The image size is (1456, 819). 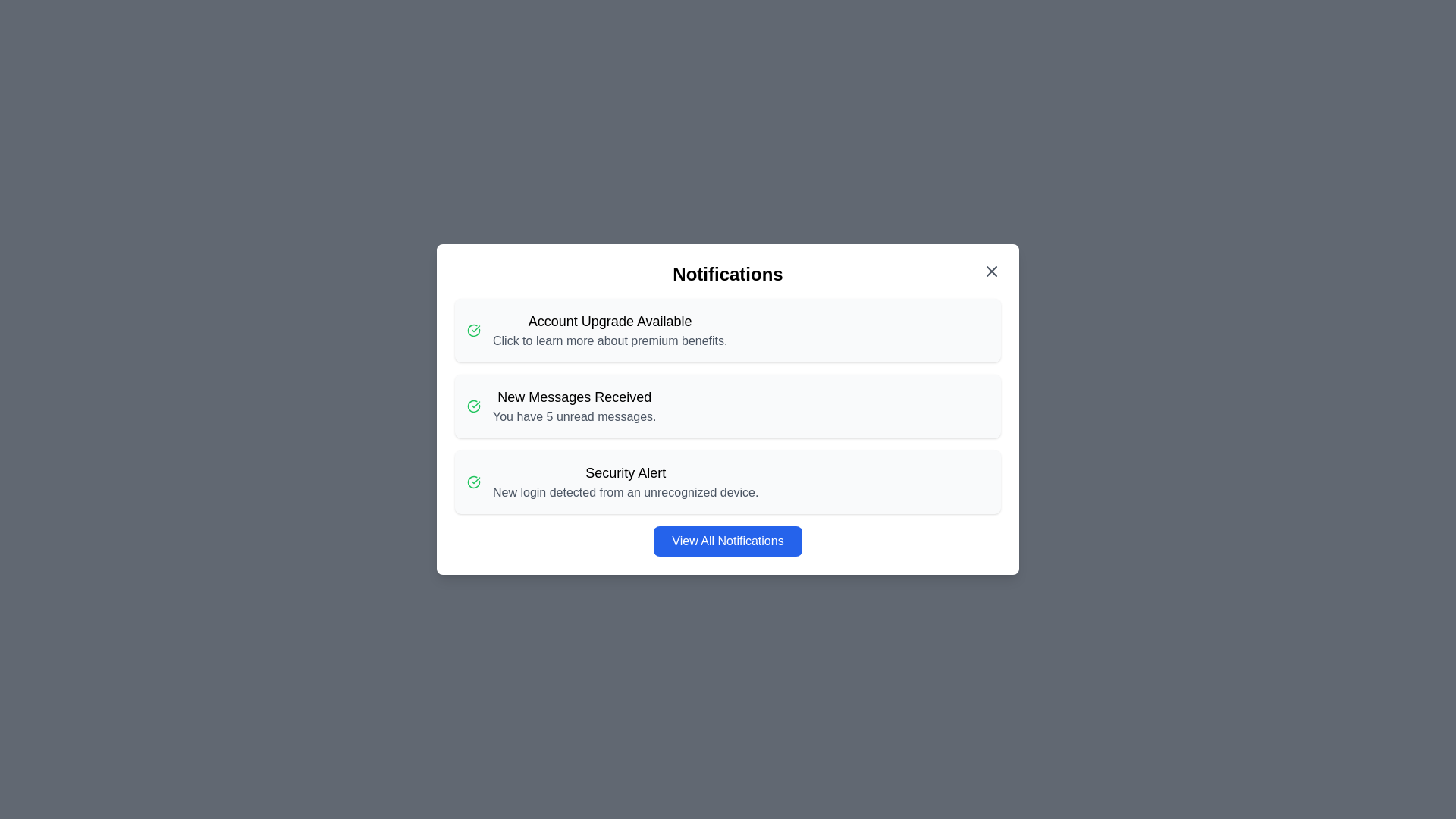 What do you see at coordinates (728, 482) in the screenshot?
I see `title and message of the third notification card in the modal, which alerts the user about a login from an unrecognized device` at bounding box center [728, 482].